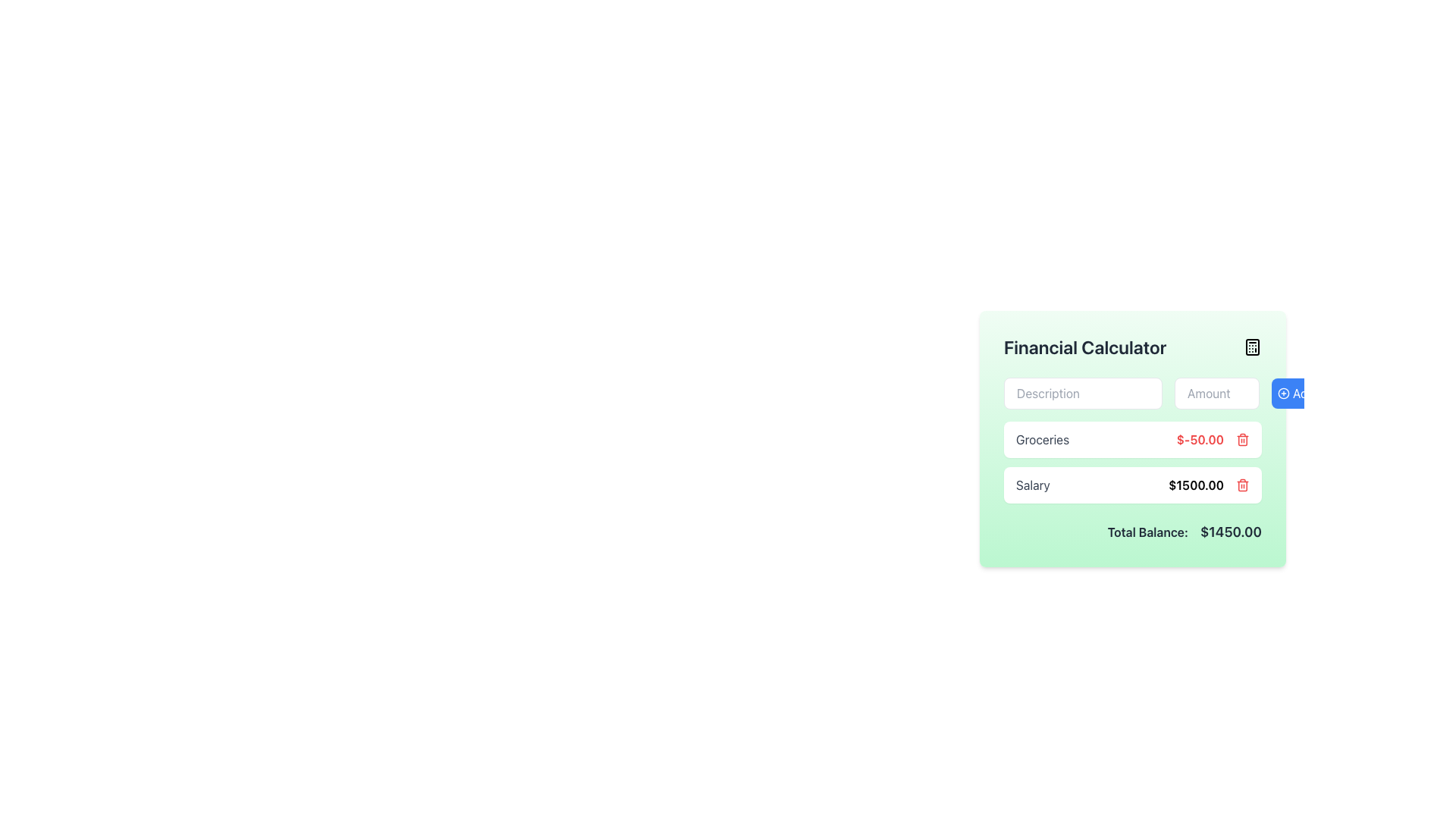 The image size is (1456, 819). What do you see at coordinates (1147, 532) in the screenshot?
I see `the 'Total Balance:' label, which is displayed in a bold font with dark color in the financial summary section, located near the bottom-right corner of the layout` at bounding box center [1147, 532].